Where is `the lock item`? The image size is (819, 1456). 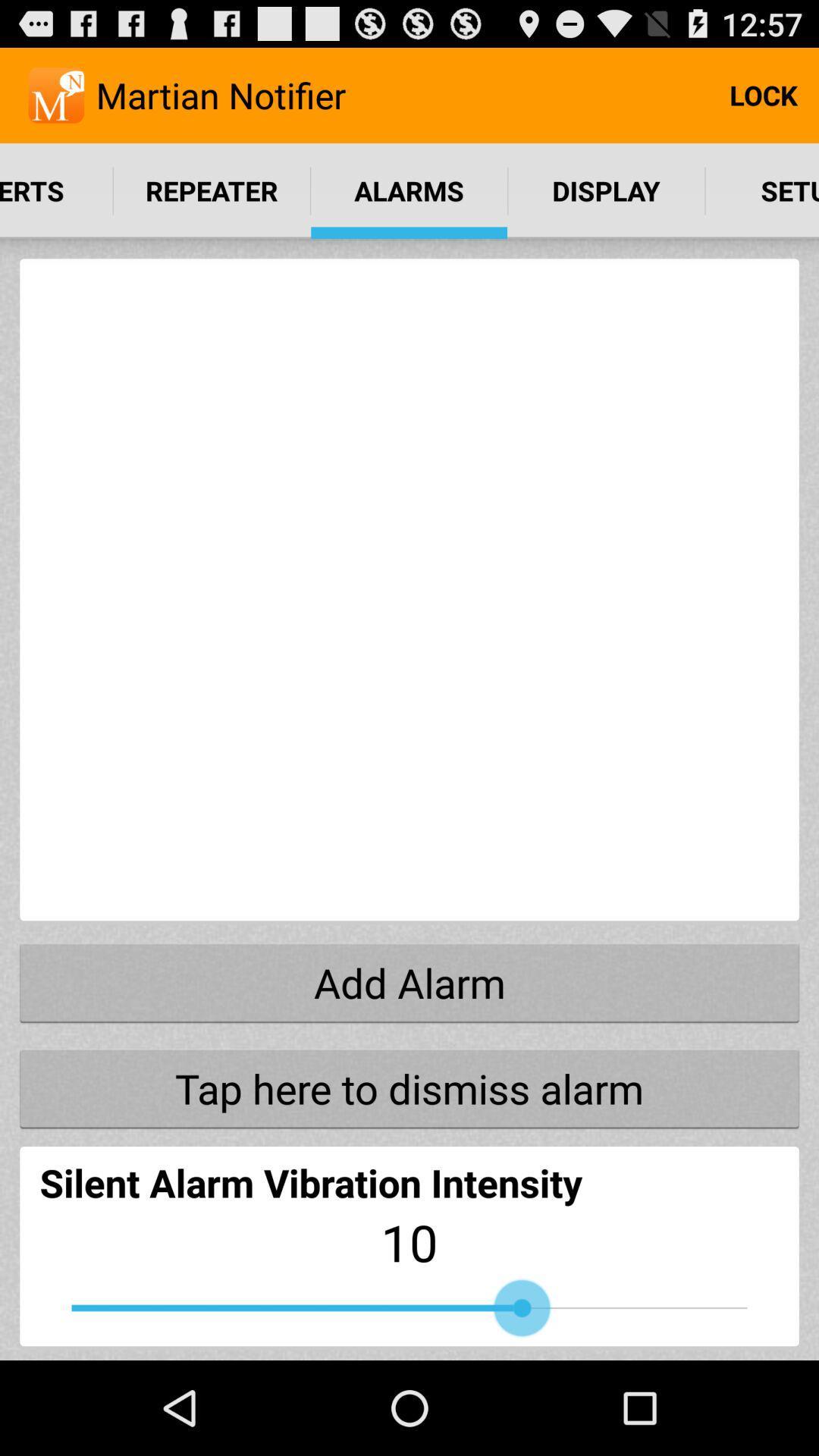 the lock item is located at coordinates (763, 94).